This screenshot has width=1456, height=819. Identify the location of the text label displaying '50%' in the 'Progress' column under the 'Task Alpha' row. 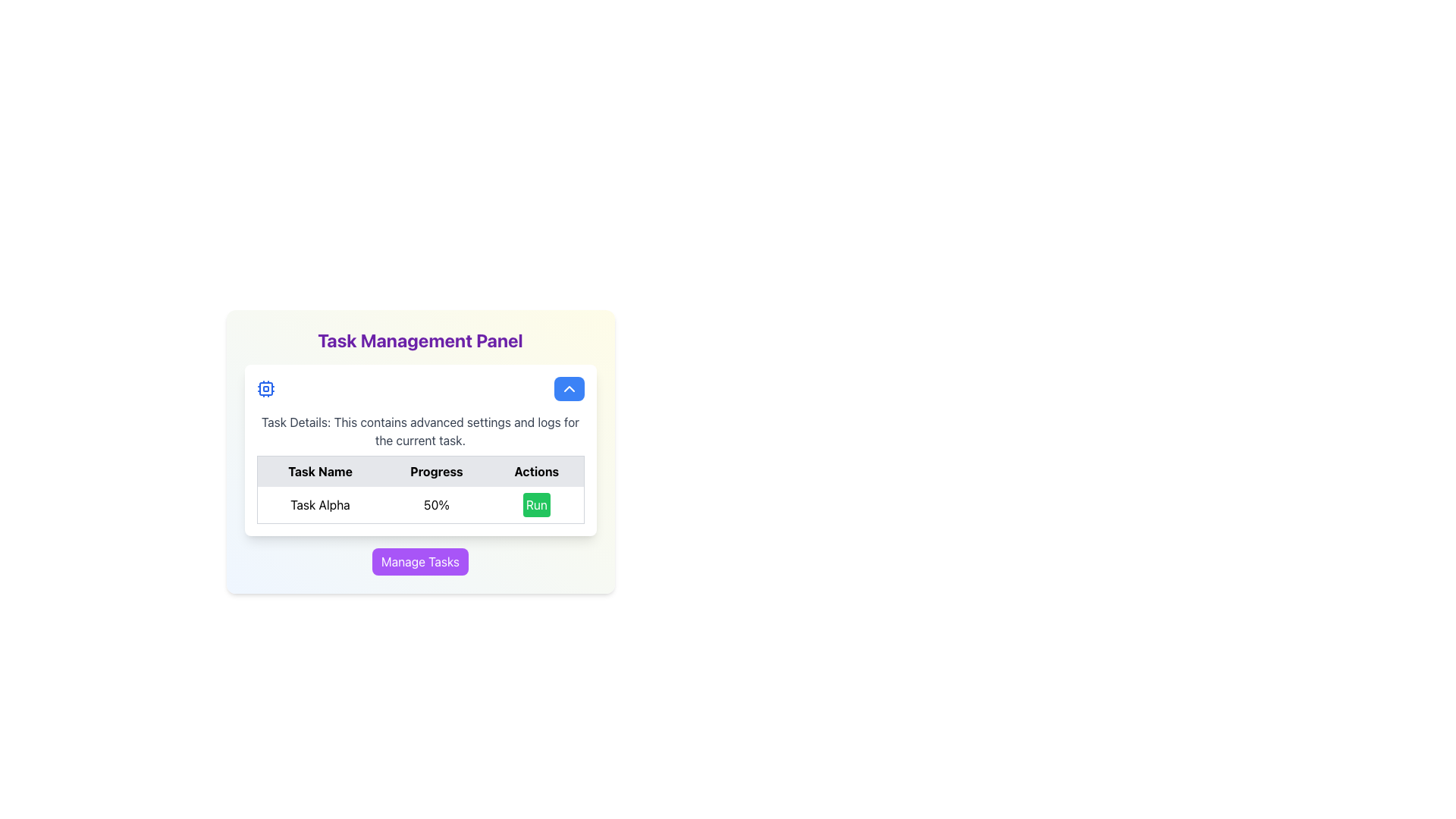
(435, 505).